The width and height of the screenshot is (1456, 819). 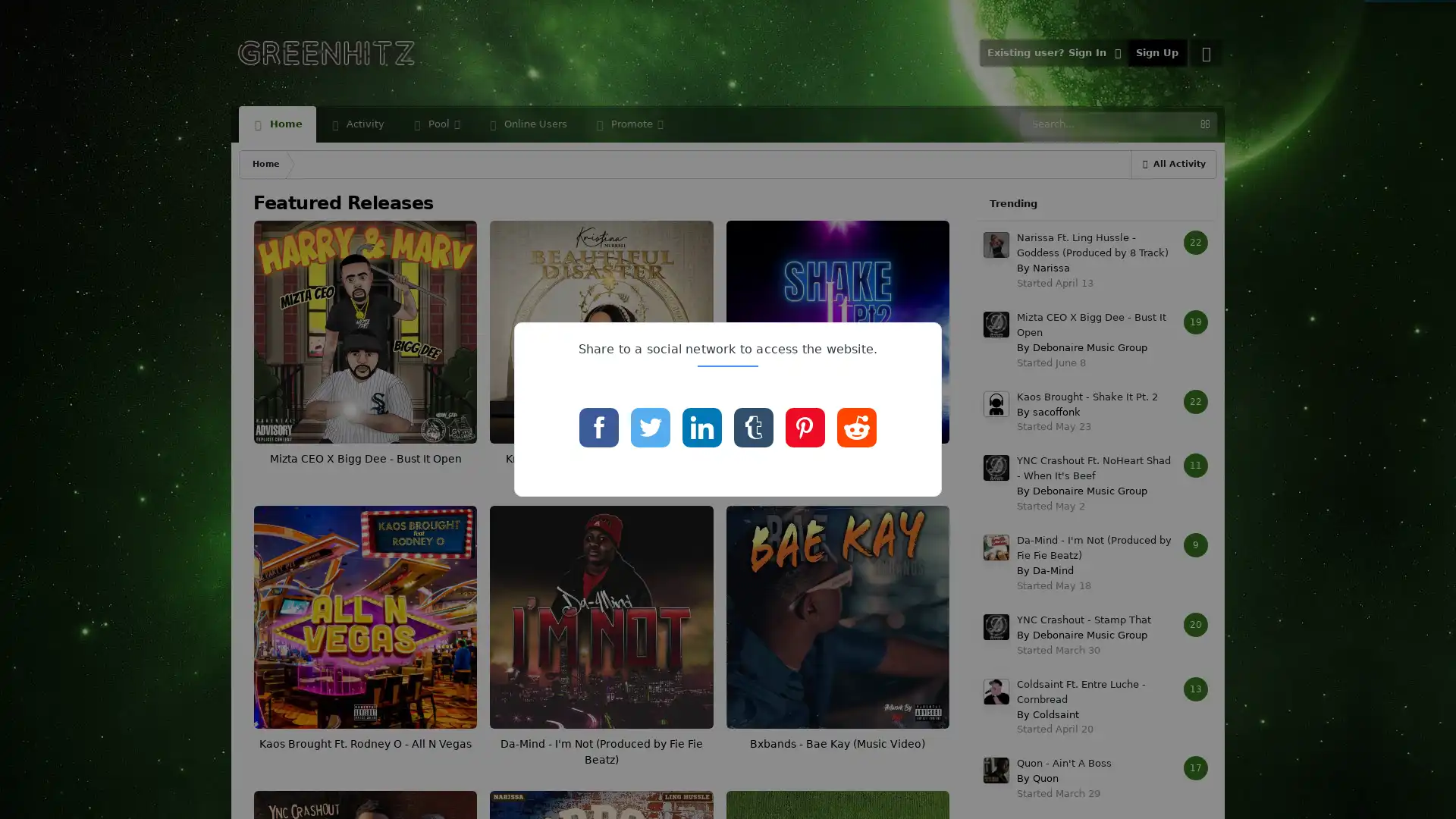 I want to click on Search, so click(x=1203, y=124).